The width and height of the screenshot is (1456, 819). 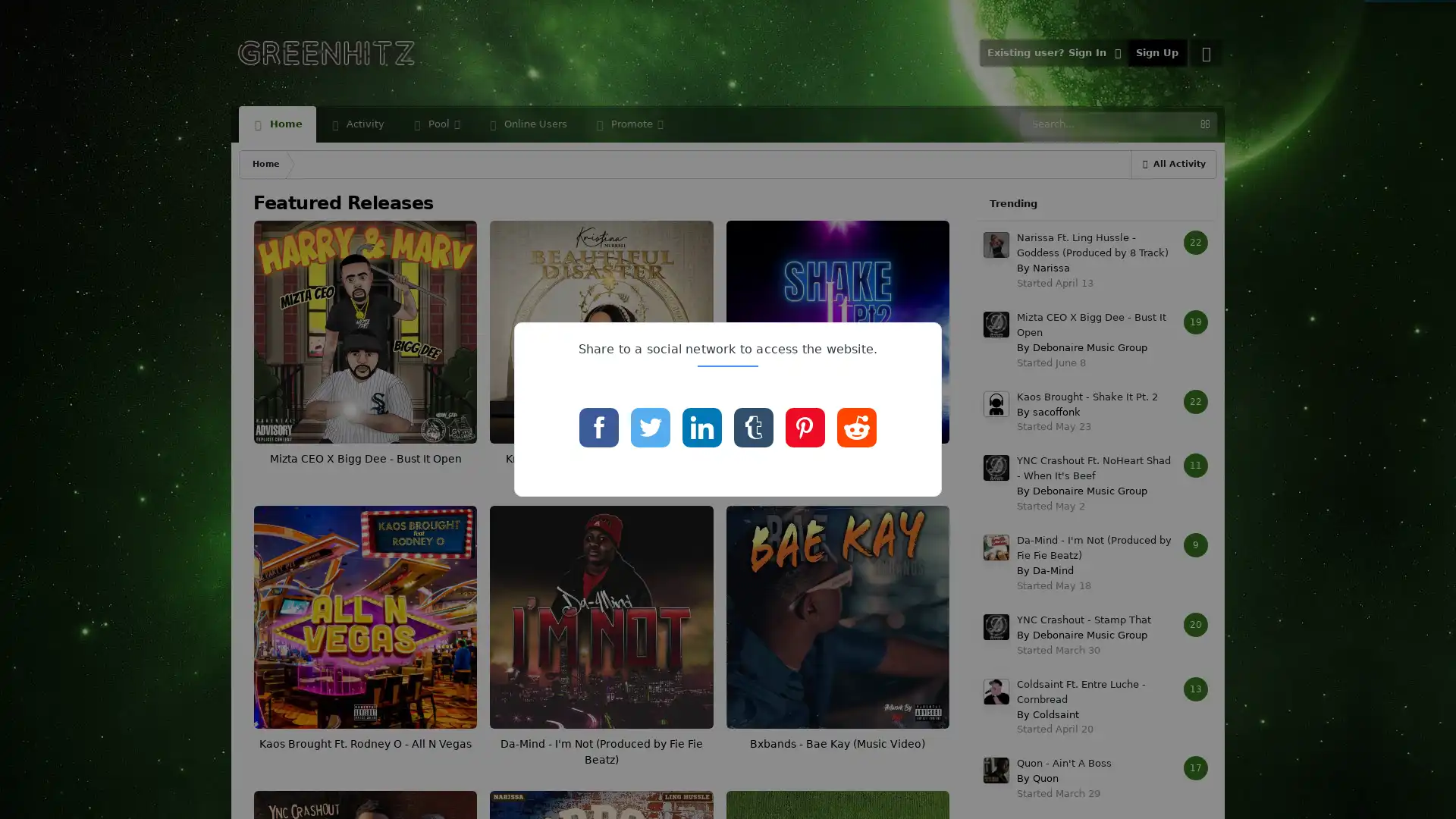 I want to click on Search, so click(x=1203, y=124).